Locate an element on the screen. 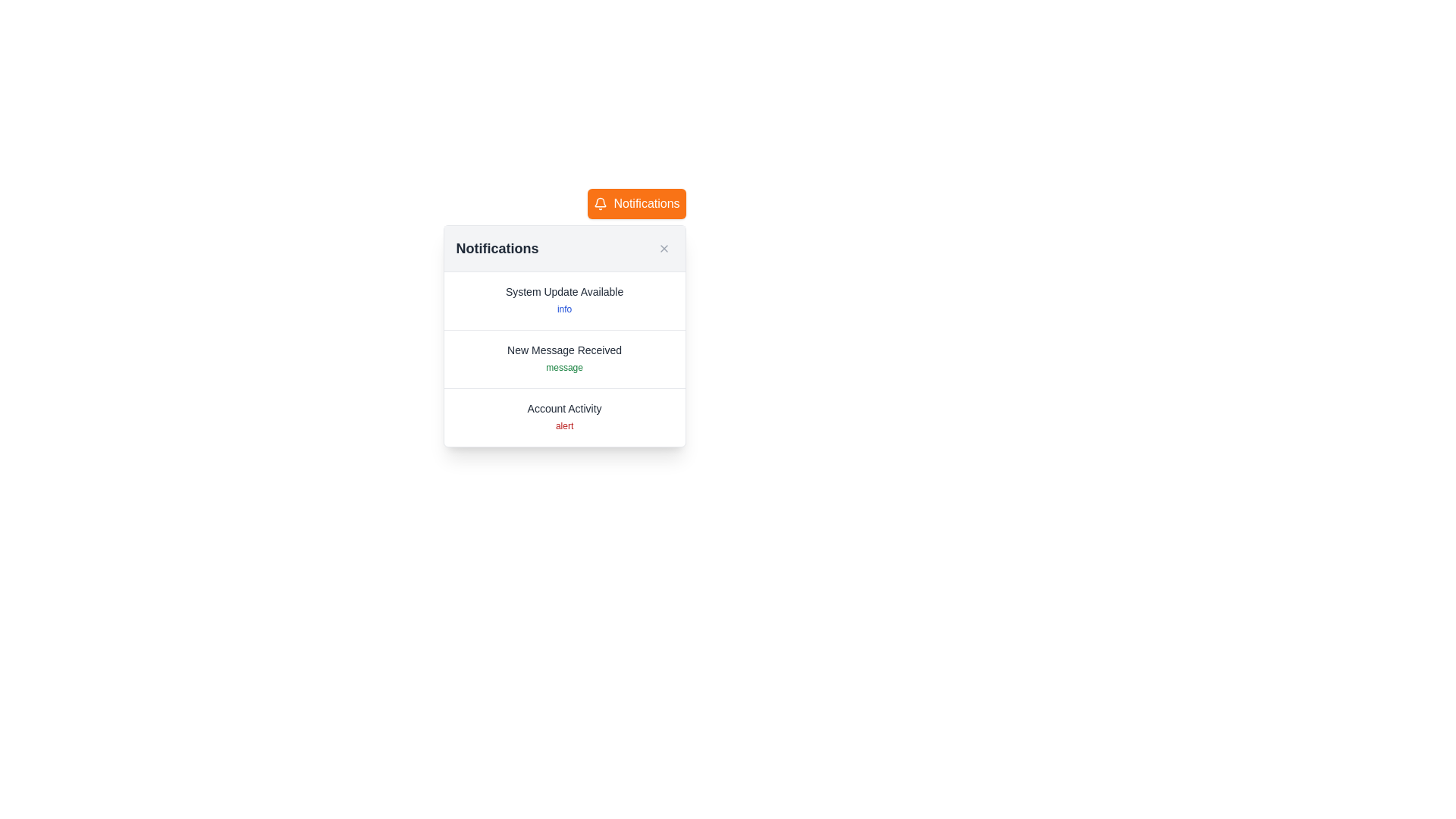 This screenshot has width=1456, height=819. the second item in the Dropdown Menu Content located below the orange 'Notifications' button is located at coordinates (563, 335).